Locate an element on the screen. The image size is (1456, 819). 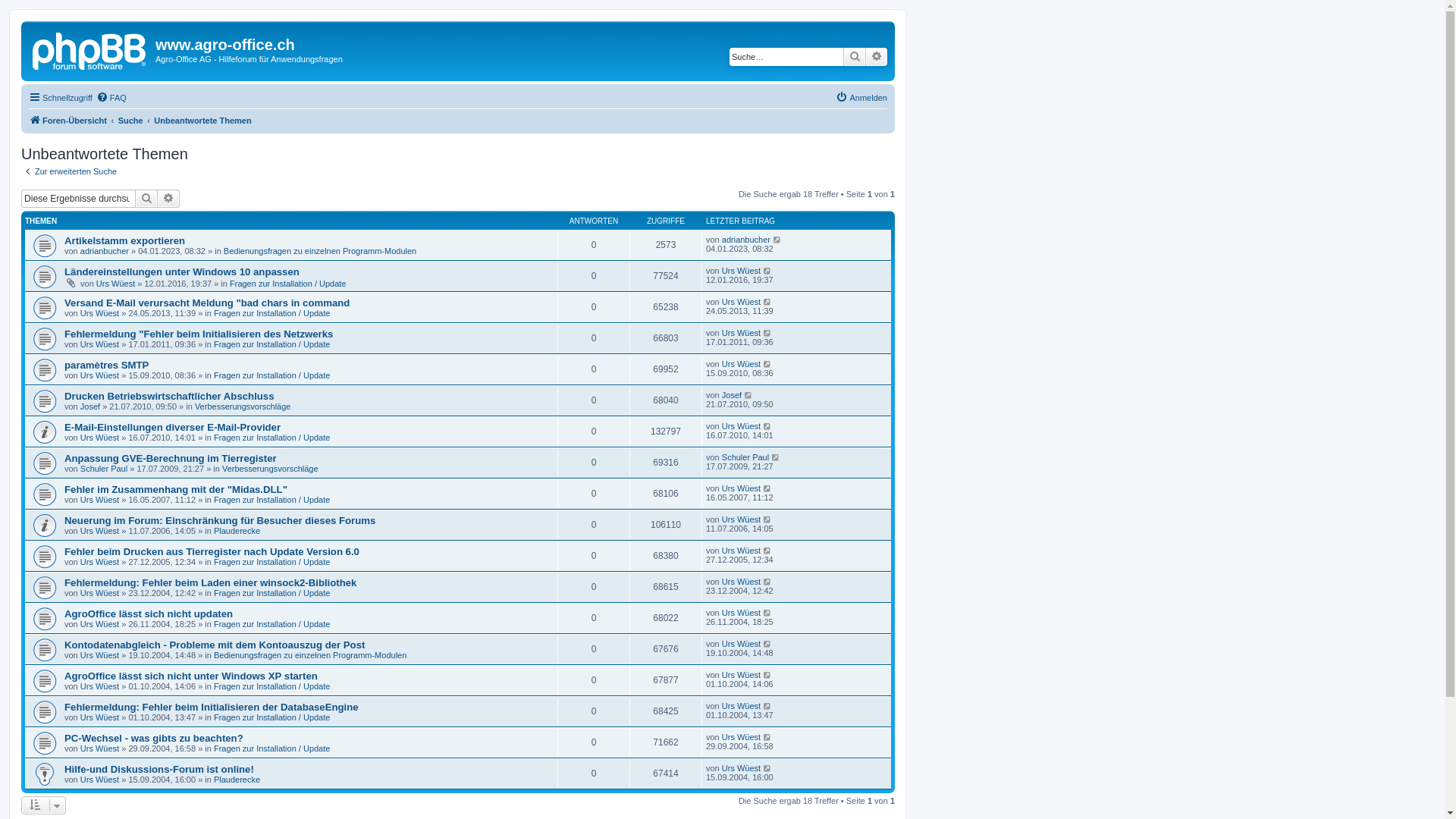
'Fragen zur Installation / Update' is located at coordinates (271, 561).